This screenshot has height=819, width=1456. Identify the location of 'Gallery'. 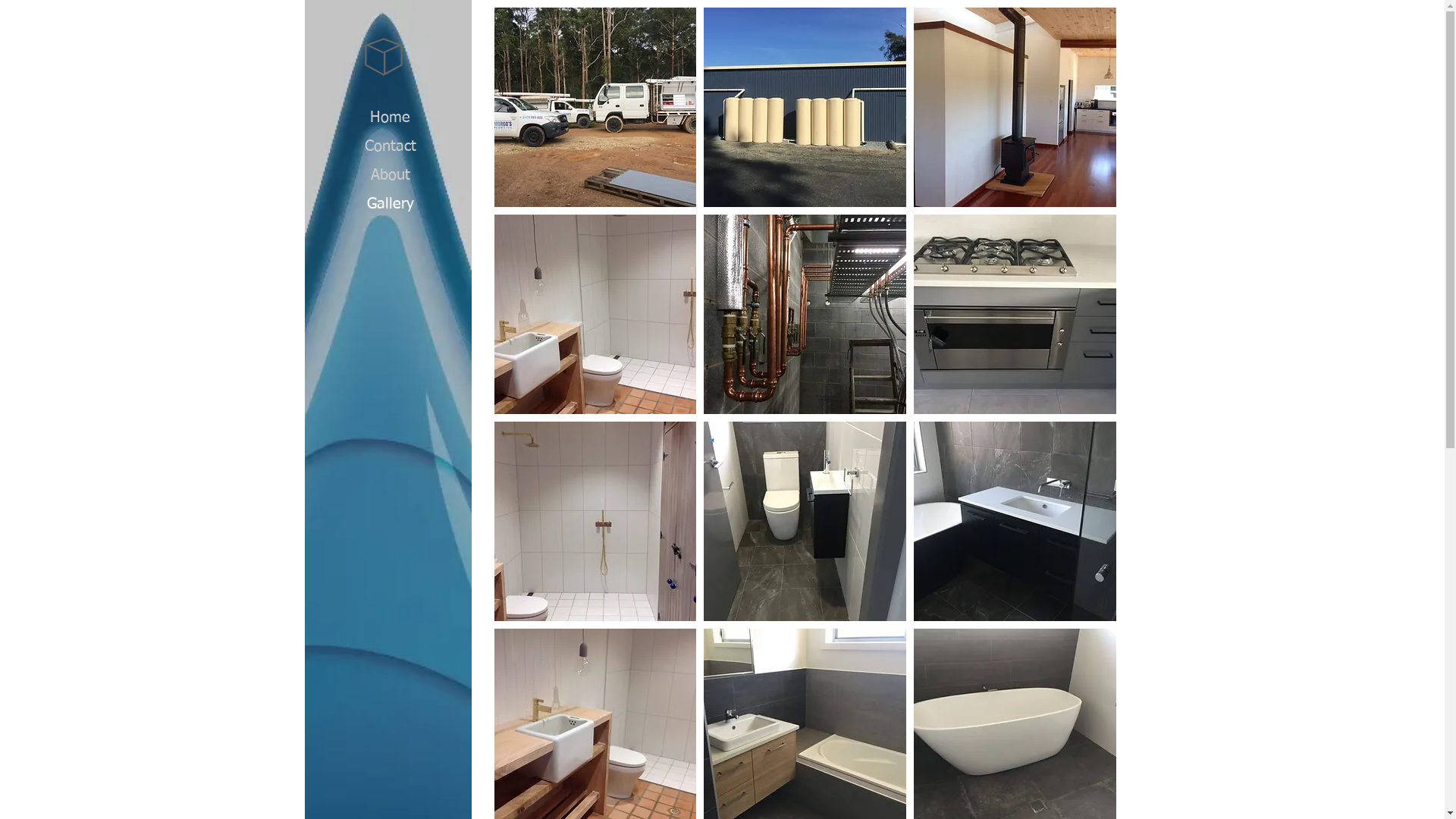
(390, 203).